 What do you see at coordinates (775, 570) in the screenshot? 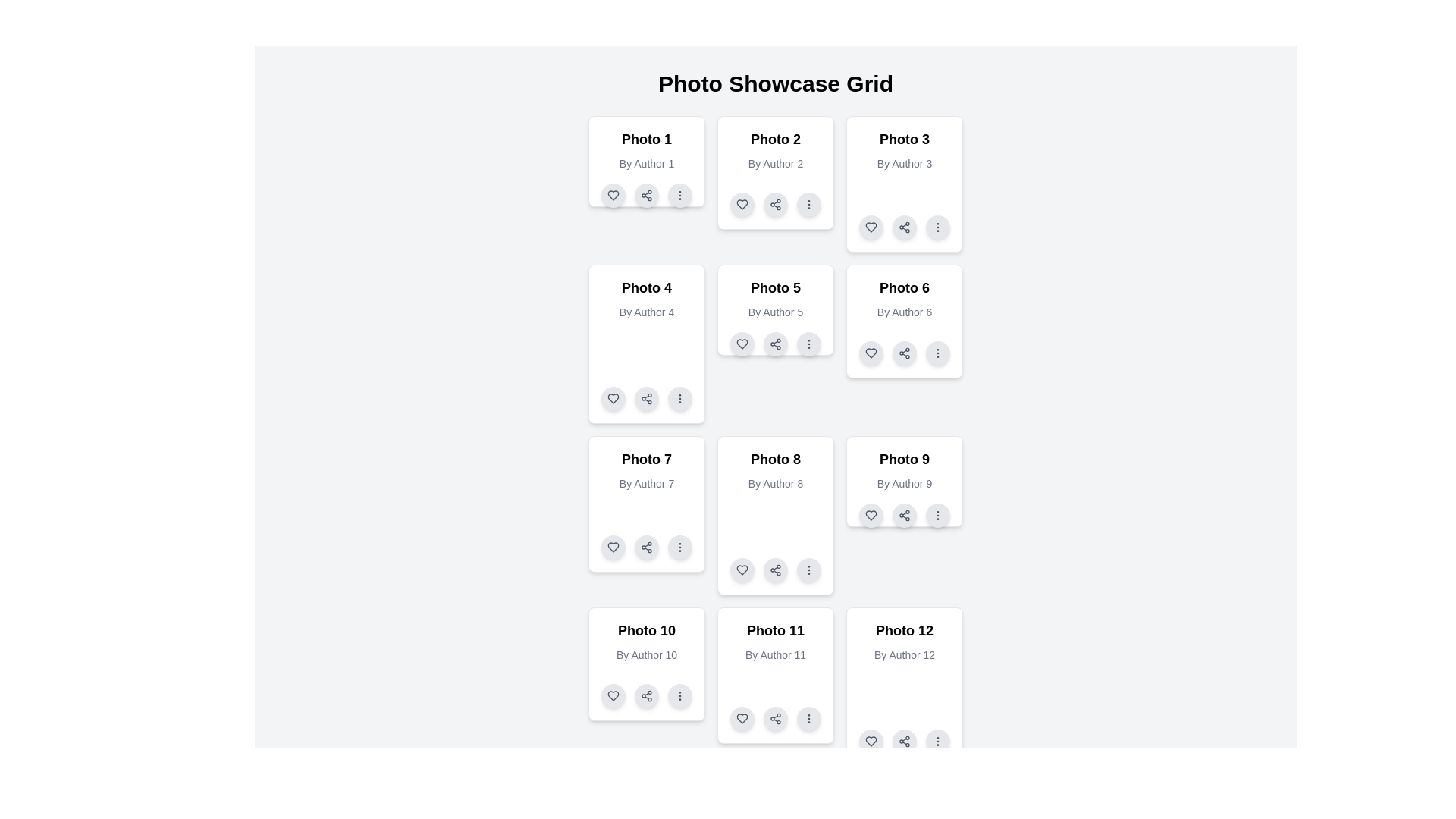
I see `the share icon button, which is represented by three interconnected circles forming a triangular shape, located at the bottom center of the card labeled 'Photo 8' by 'Author 8'` at bounding box center [775, 570].